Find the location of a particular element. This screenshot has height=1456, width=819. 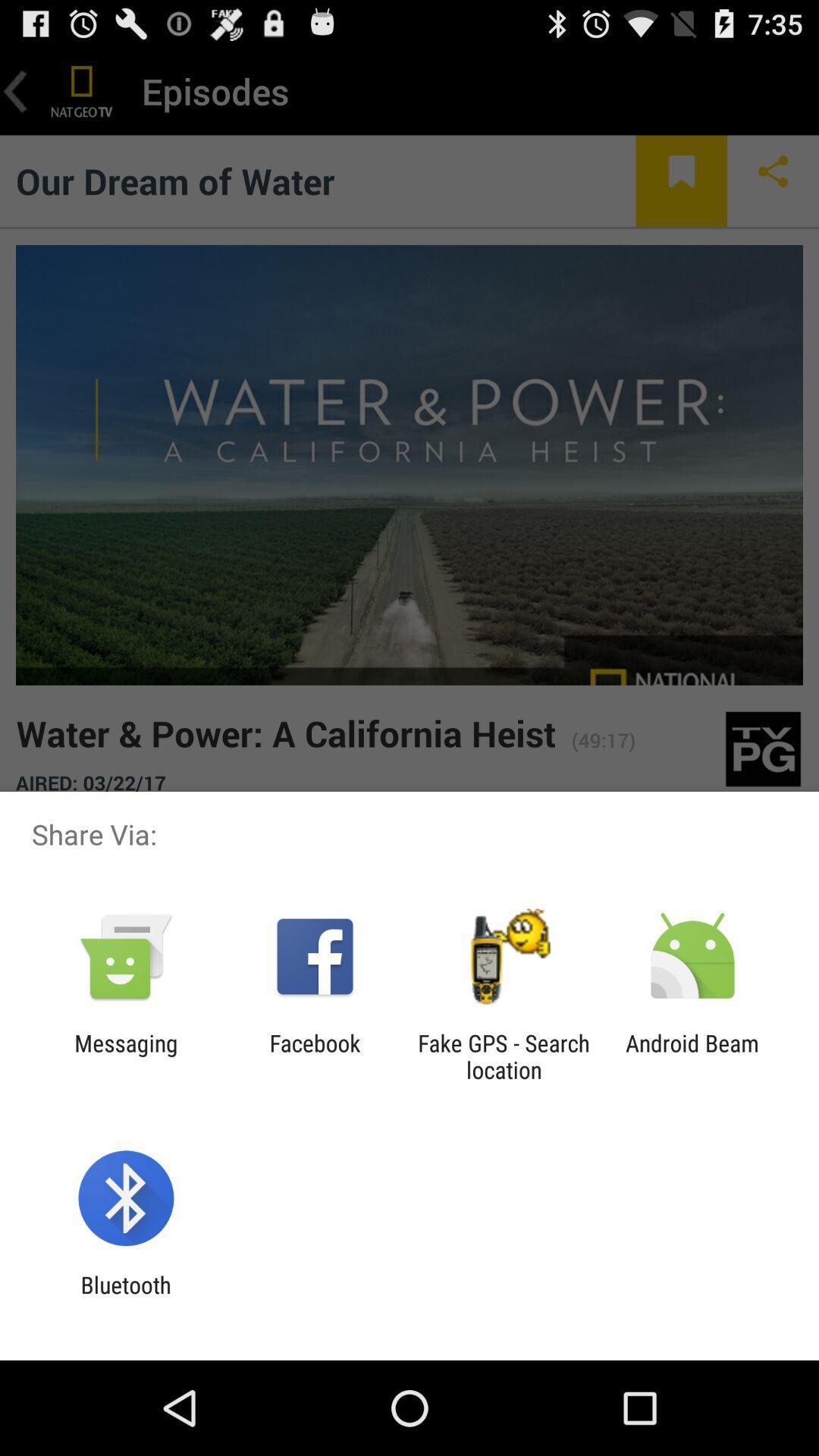

the facebook item is located at coordinates (314, 1056).